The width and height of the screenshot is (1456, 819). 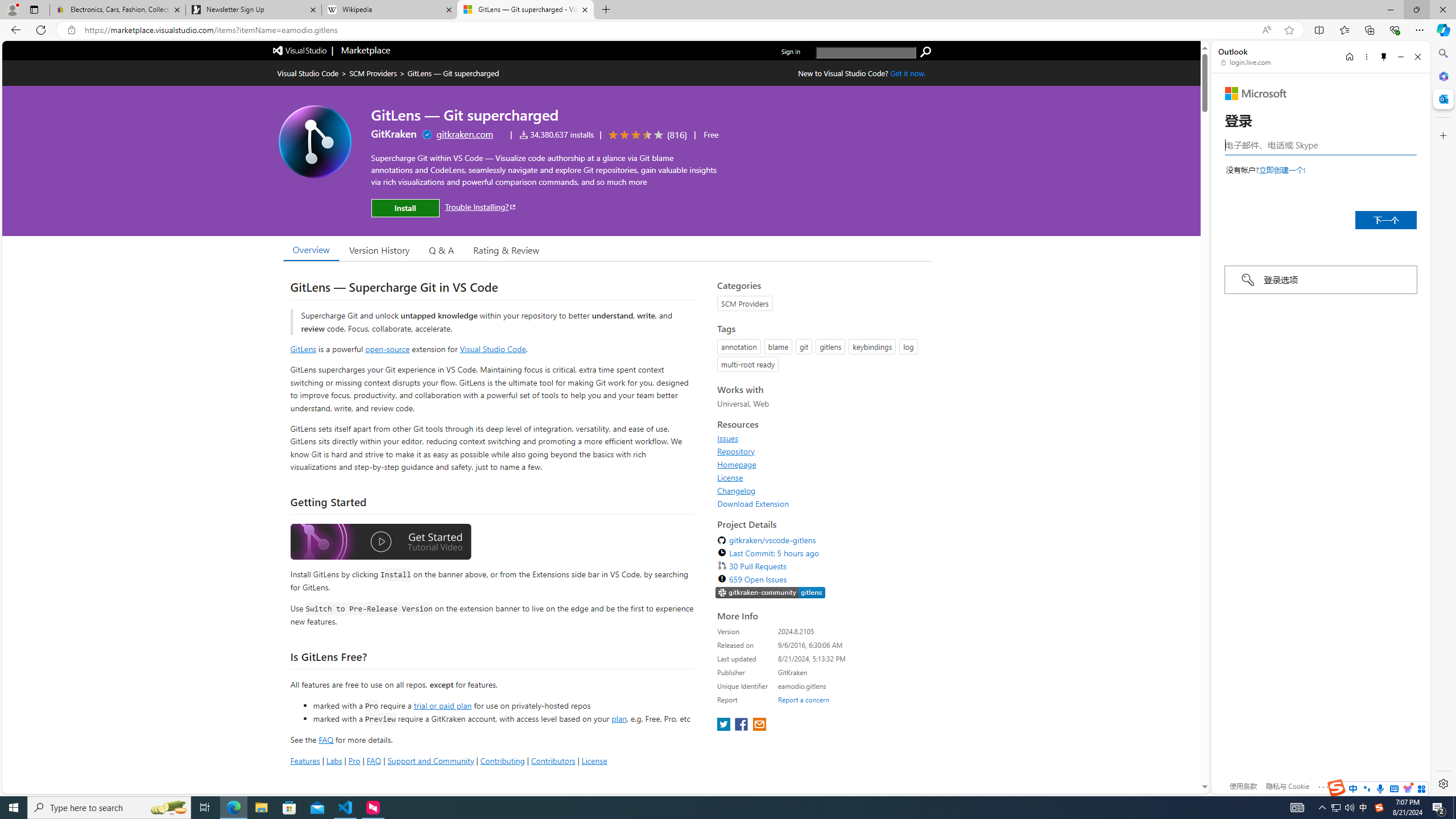 I want to click on 'Version History', so click(x=378, y=249).